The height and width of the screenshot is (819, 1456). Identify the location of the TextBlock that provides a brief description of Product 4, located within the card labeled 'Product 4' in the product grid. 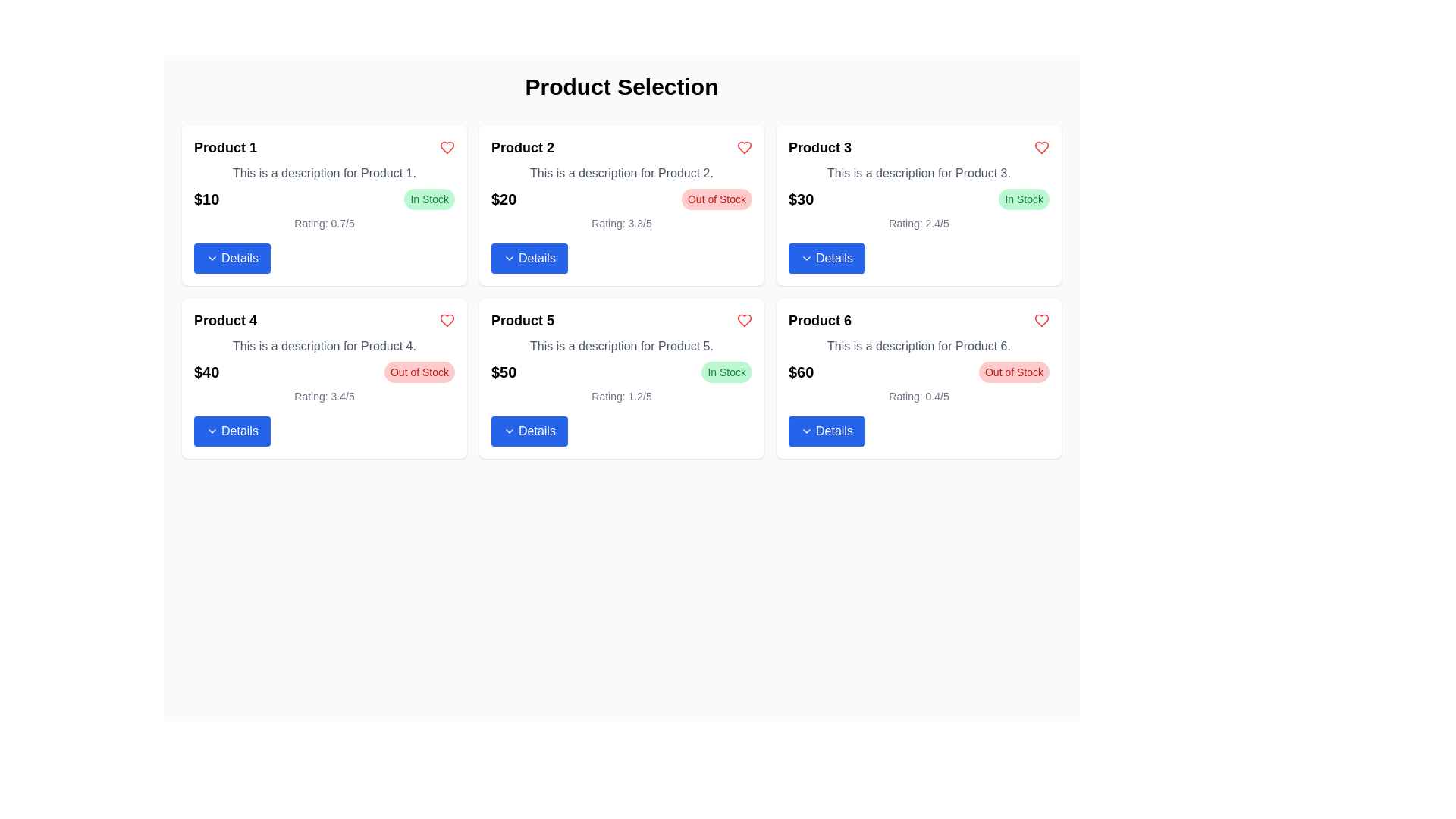
(323, 346).